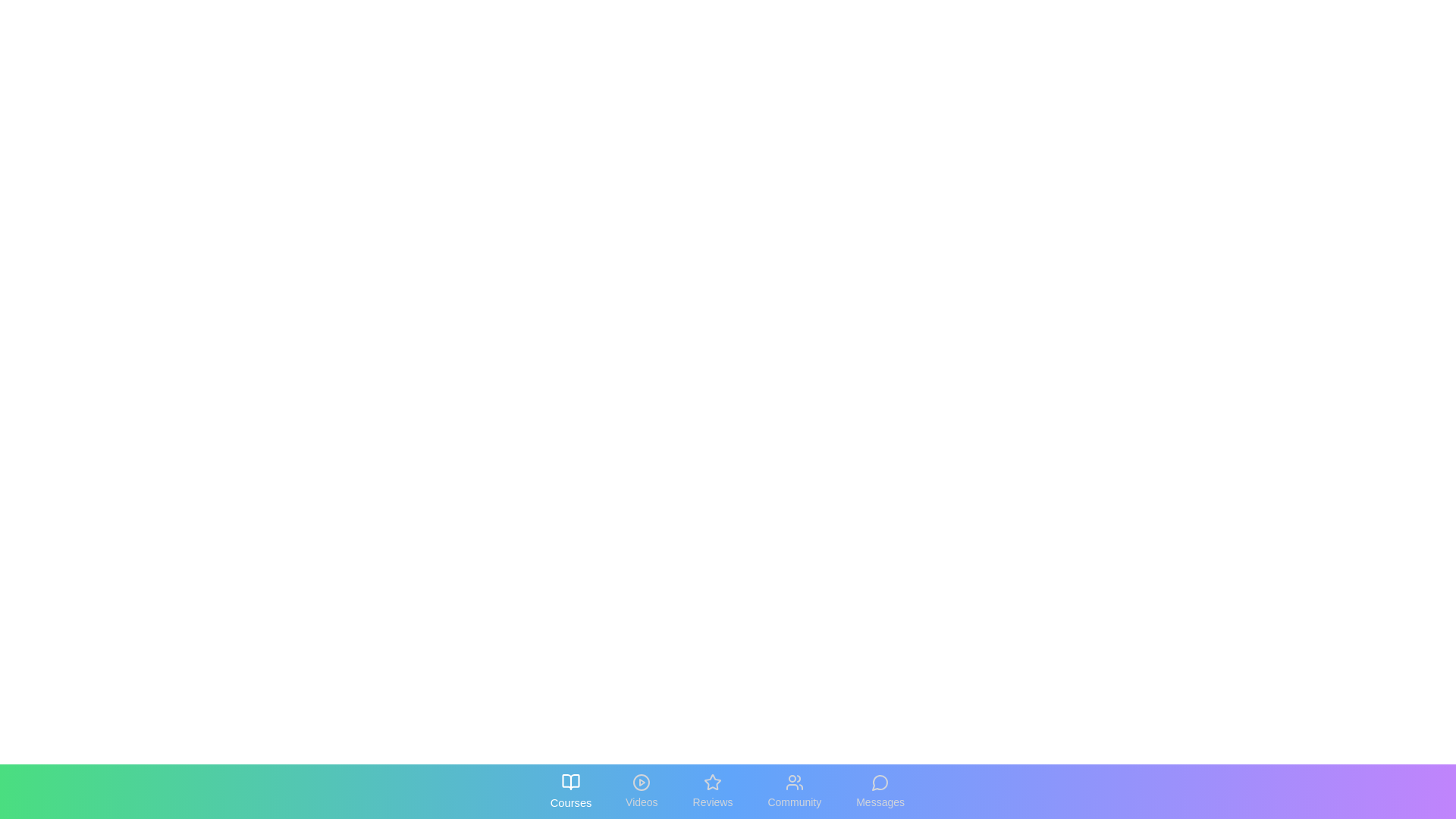 The width and height of the screenshot is (1456, 819). What do you see at coordinates (712, 791) in the screenshot?
I see `the tab labeled Reviews` at bounding box center [712, 791].